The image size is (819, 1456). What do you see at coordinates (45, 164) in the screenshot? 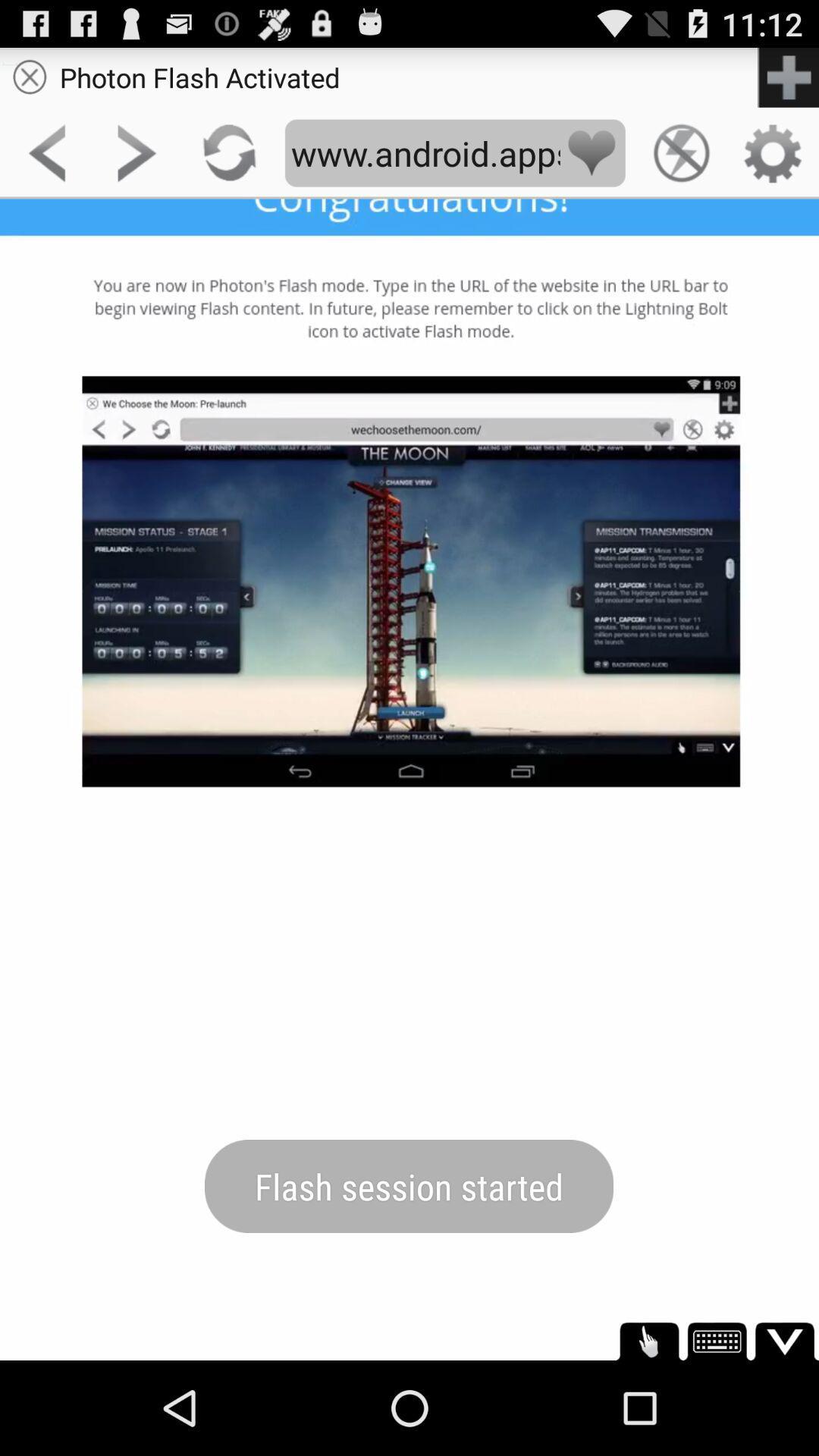
I see `the arrow_backward icon` at bounding box center [45, 164].